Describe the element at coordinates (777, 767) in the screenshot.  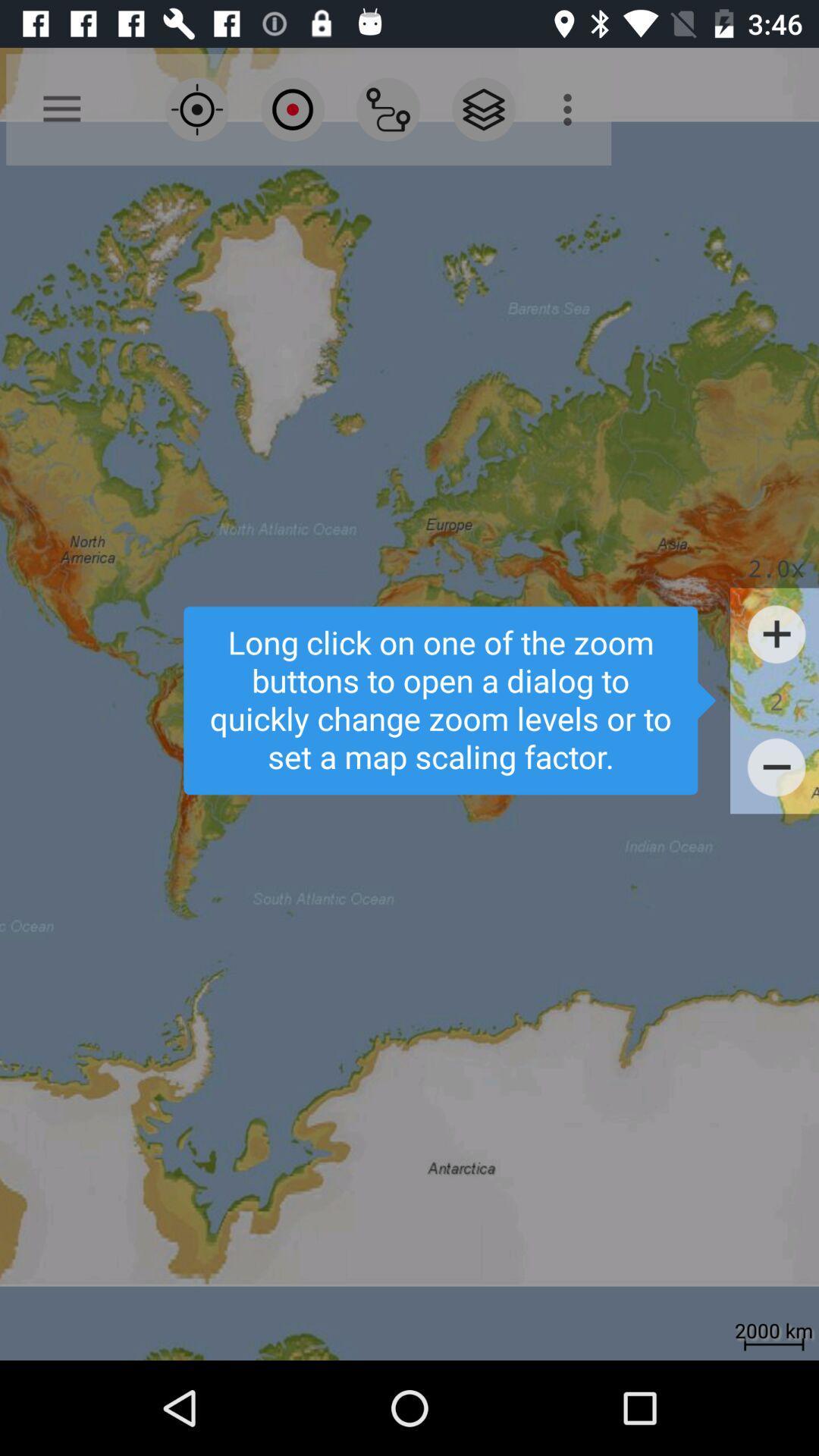
I see `item below 2 item` at that location.